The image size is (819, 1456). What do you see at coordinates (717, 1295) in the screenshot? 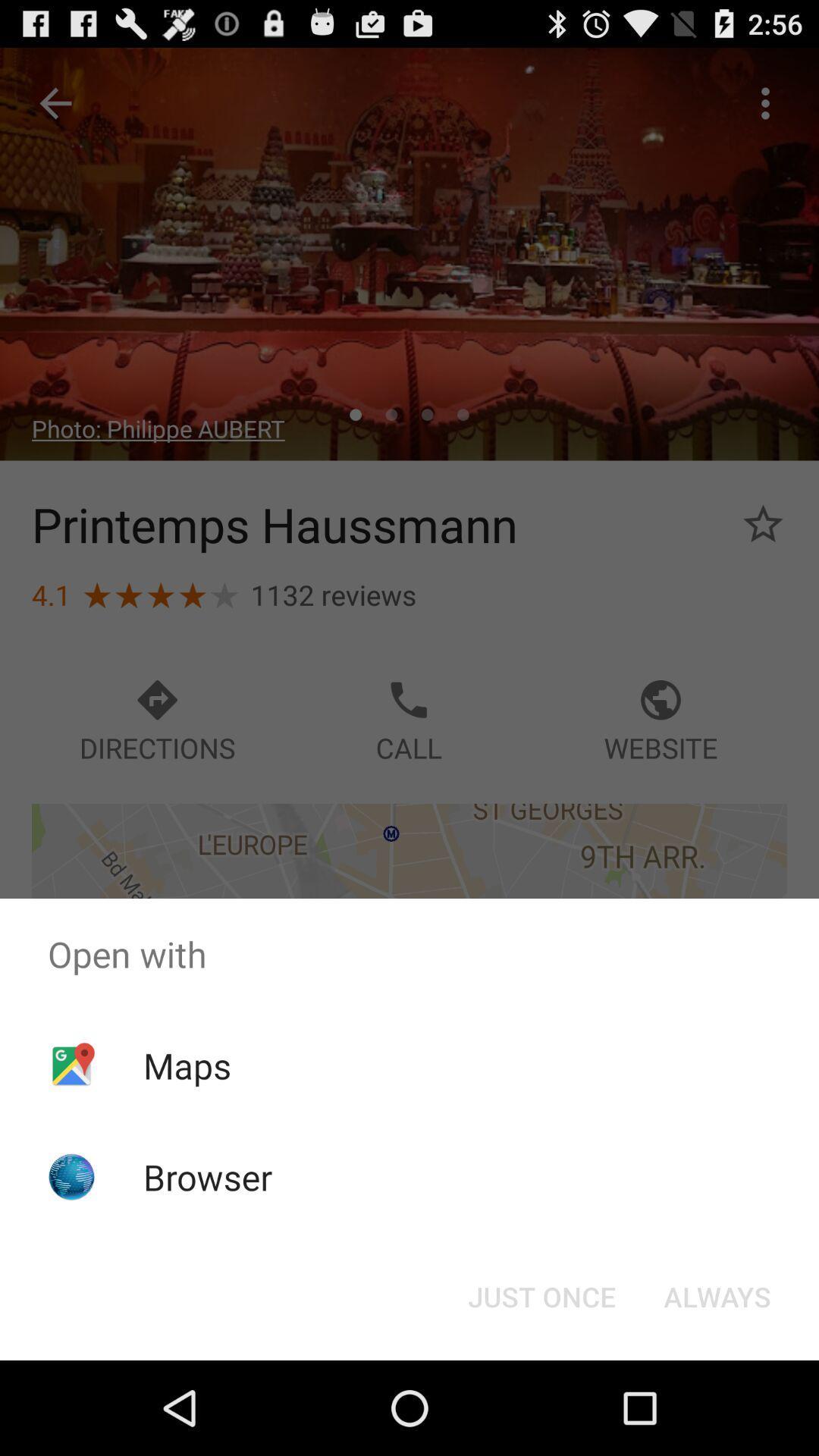
I see `the item to the right of the just once button` at bounding box center [717, 1295].